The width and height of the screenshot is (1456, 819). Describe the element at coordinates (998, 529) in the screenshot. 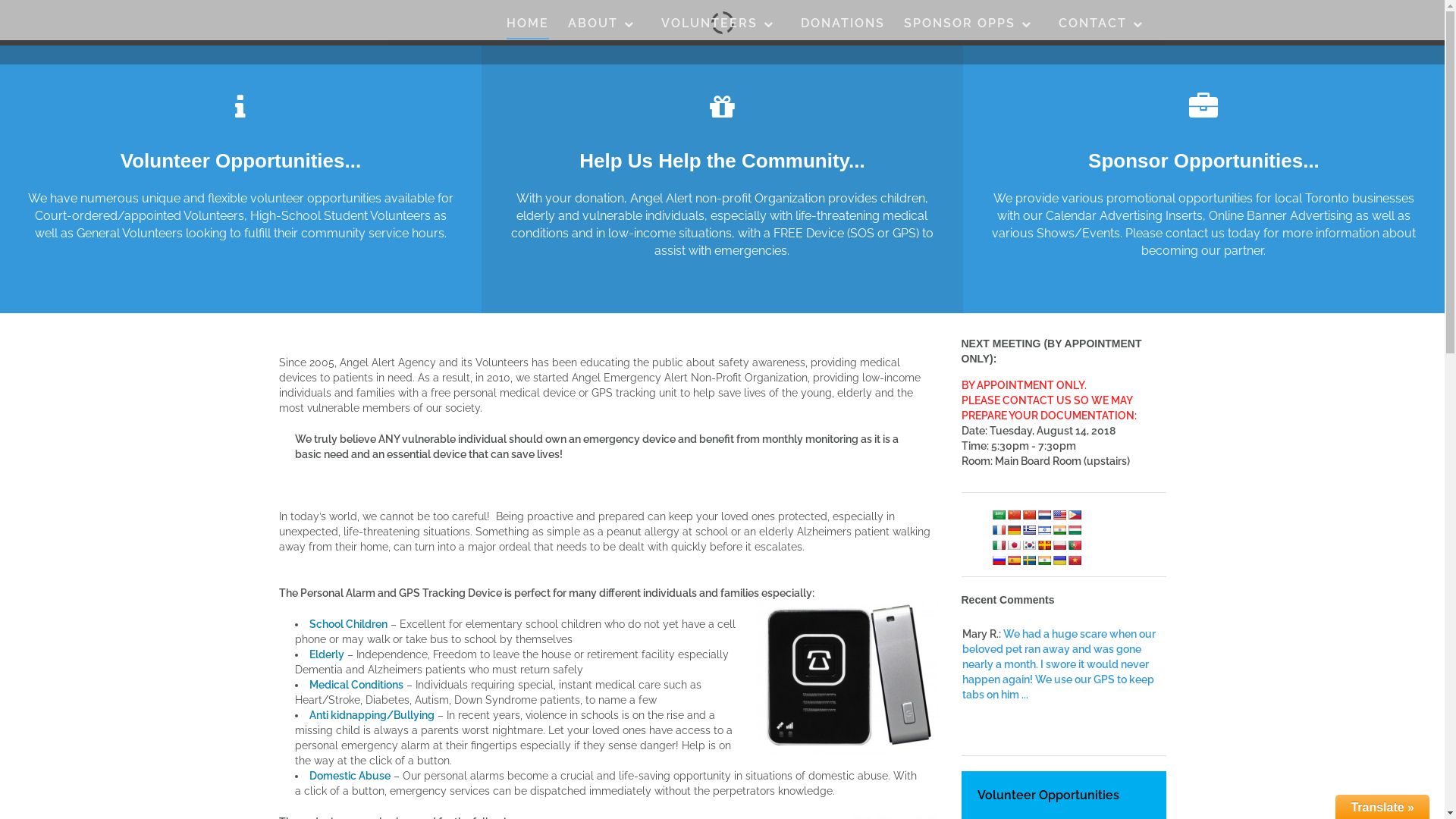

I see `'French'` at that location.